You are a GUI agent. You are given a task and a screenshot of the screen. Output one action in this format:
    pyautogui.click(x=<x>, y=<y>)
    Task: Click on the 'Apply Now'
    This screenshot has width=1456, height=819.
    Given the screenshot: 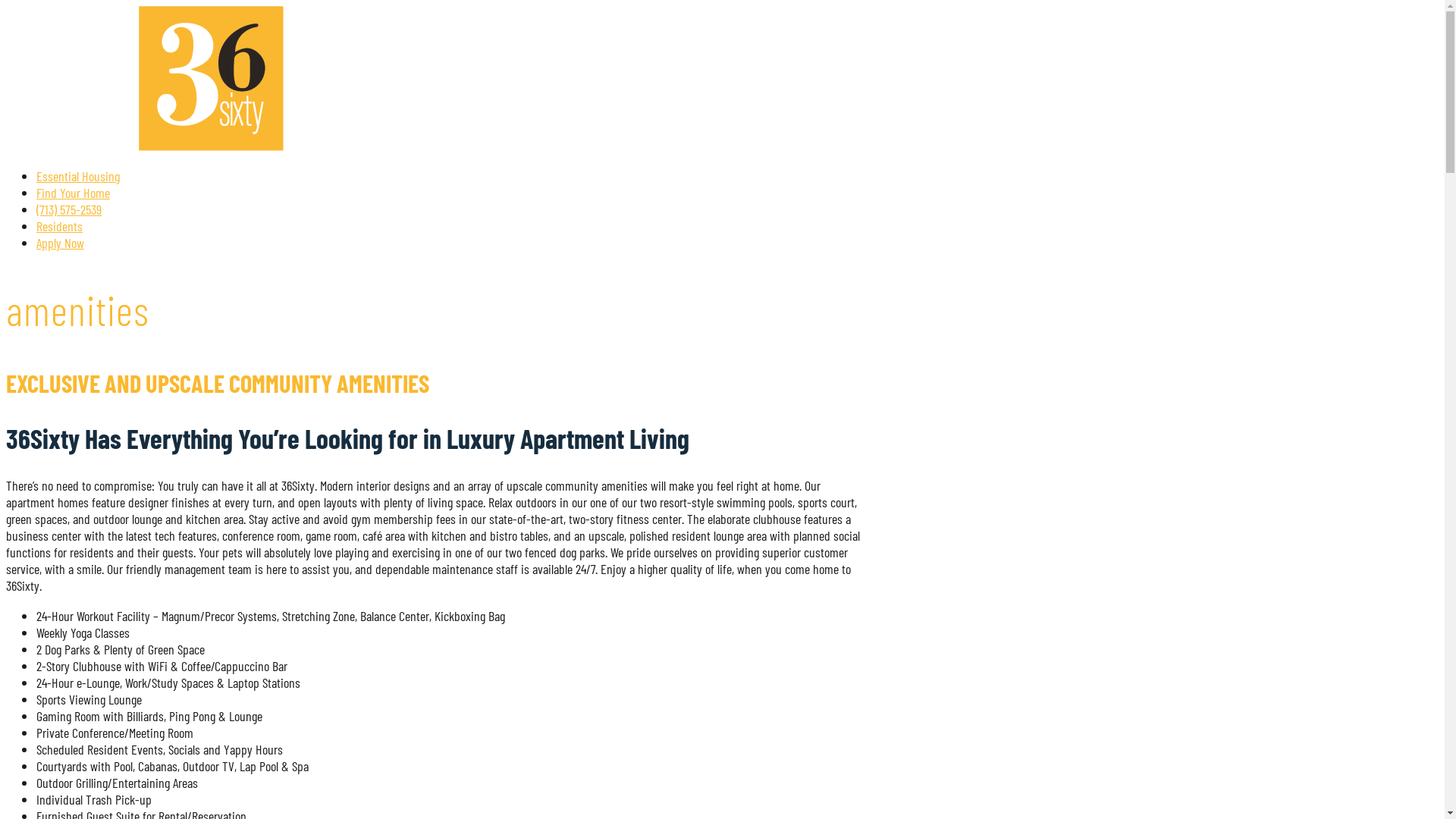 What is the action you would take?
    pyautogui.click(x=60, y=242)
    